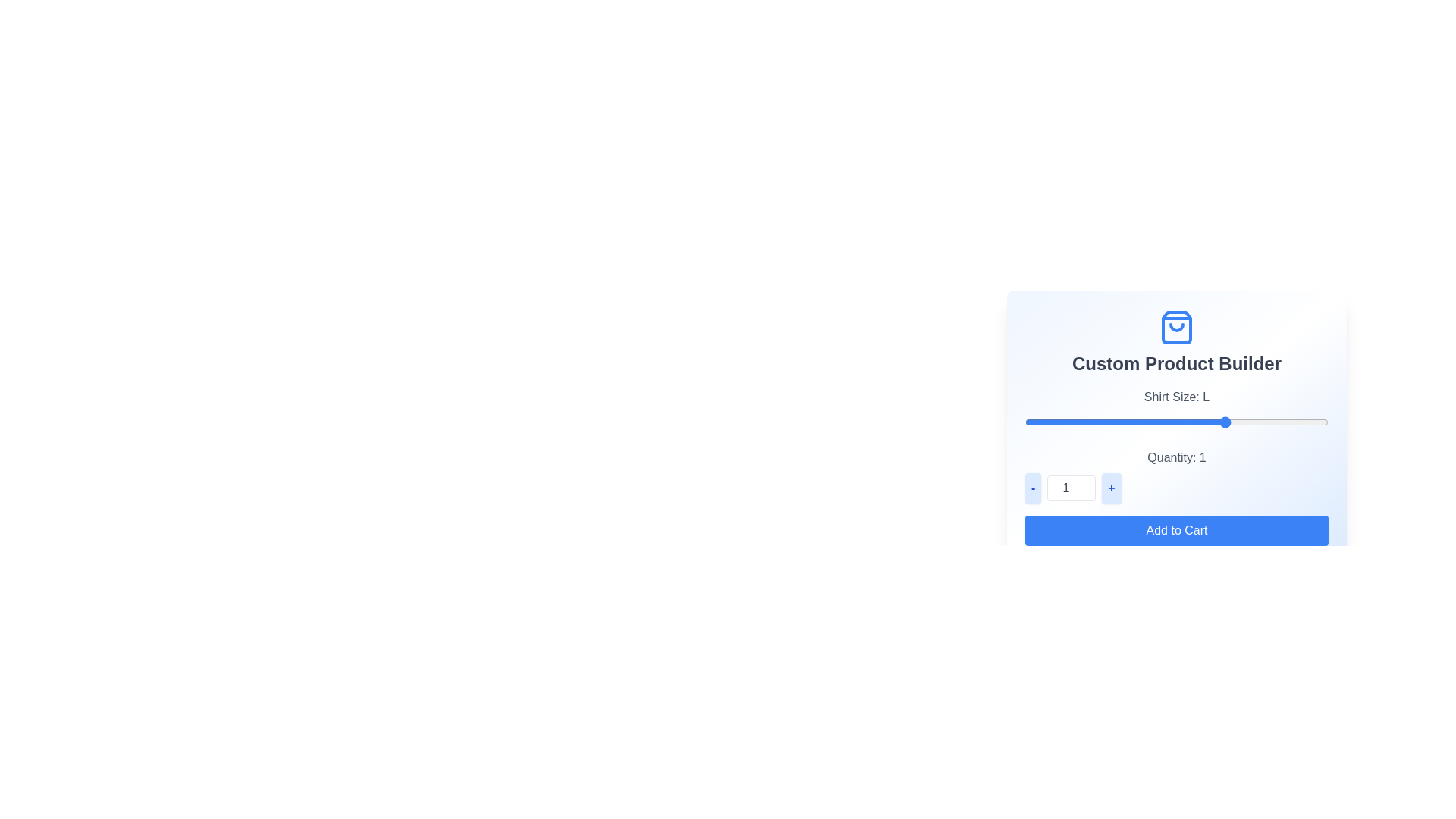 The height and width of the screenshot is (819, 1456). What do you see at coordinates (1032, 488) in the screenshot?
I see `the blue decrement button with a '-' sign located to the left of the input number field` at bounding box center [1032, 488].